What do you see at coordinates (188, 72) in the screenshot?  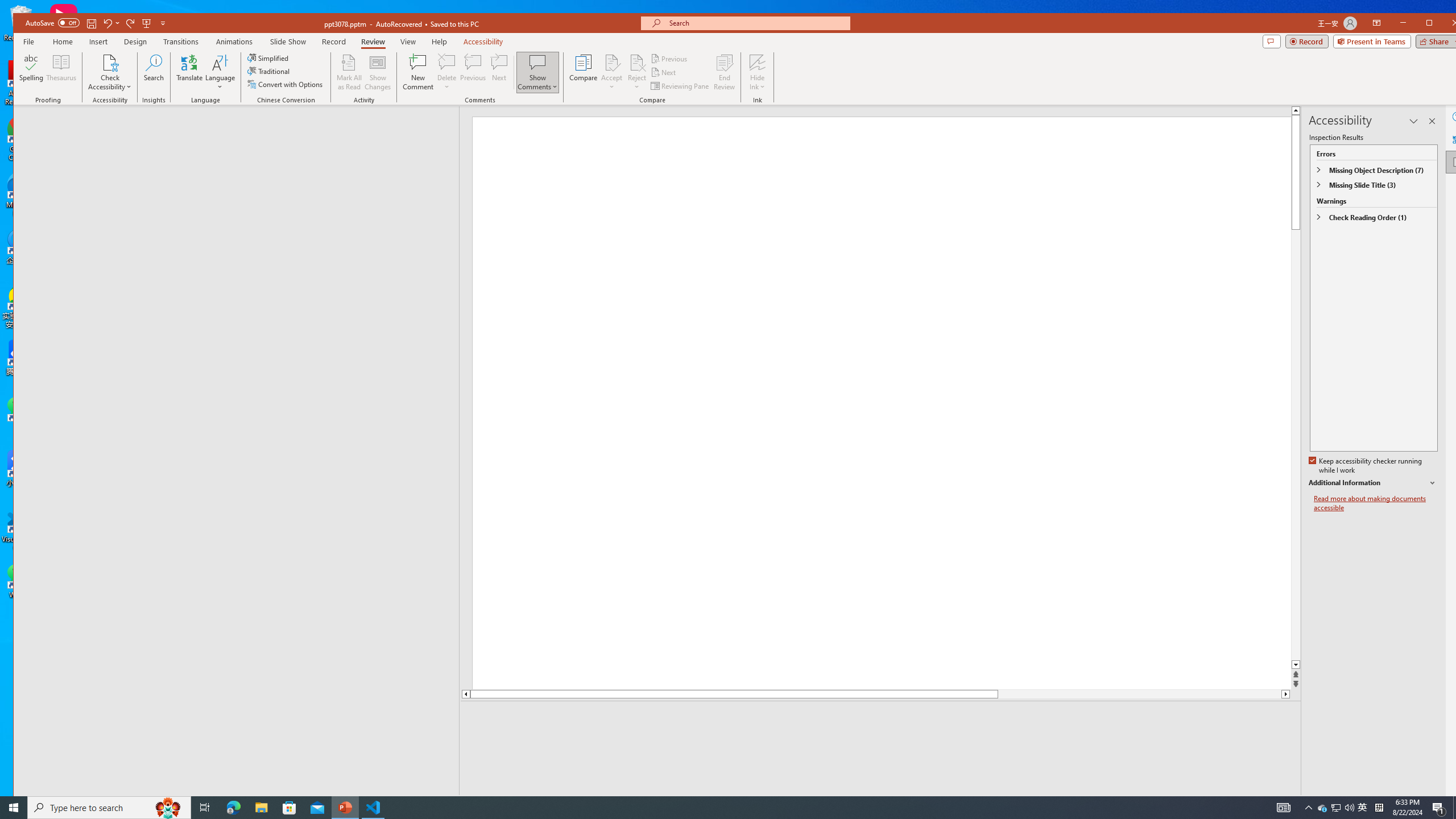 I see `'Translate'` at bounding box center [188, 72].